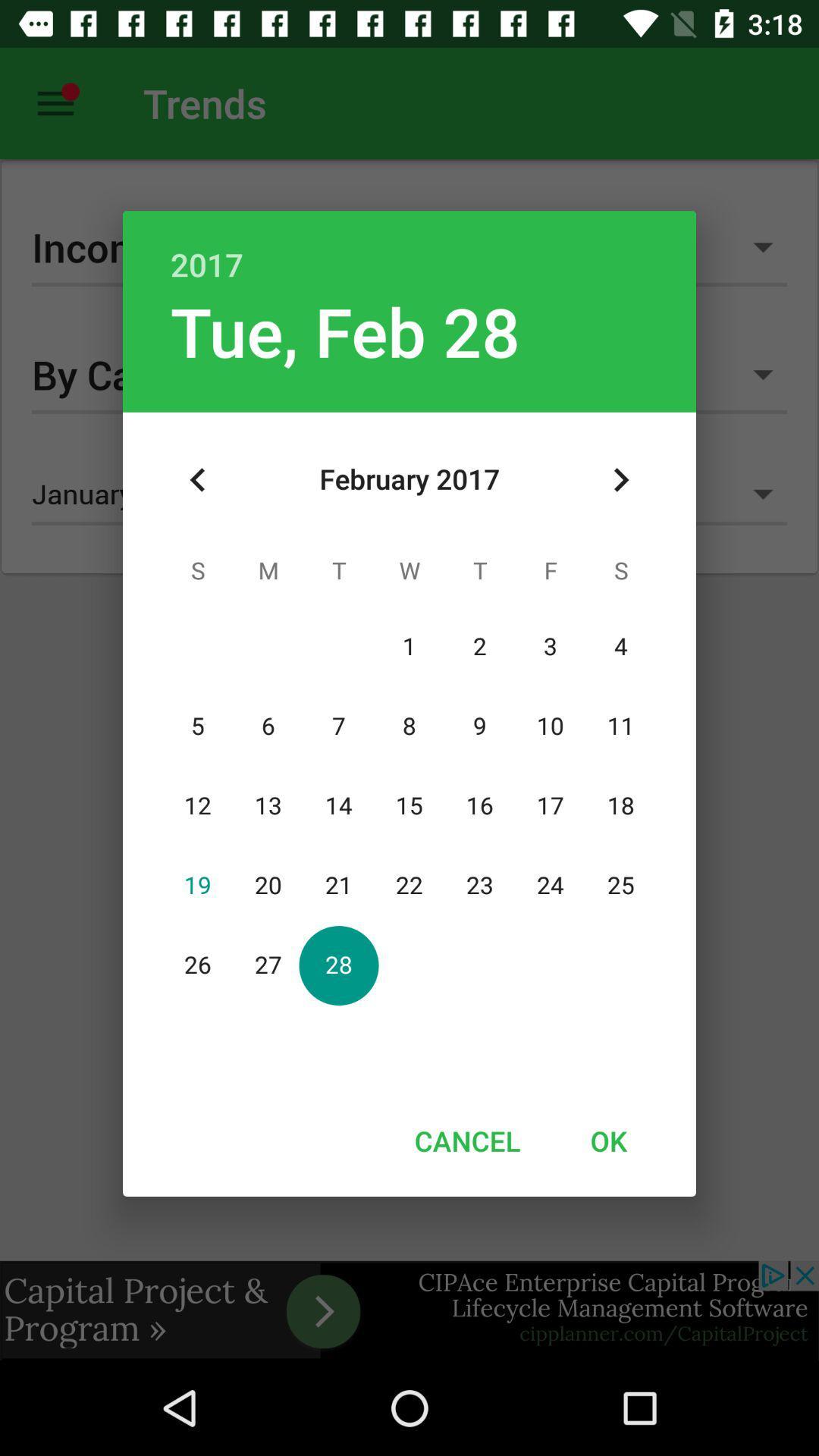  What do you see at coordinates (409, 248) in the screenshot?
I see `2017 item` at bounding box center [409, 248].